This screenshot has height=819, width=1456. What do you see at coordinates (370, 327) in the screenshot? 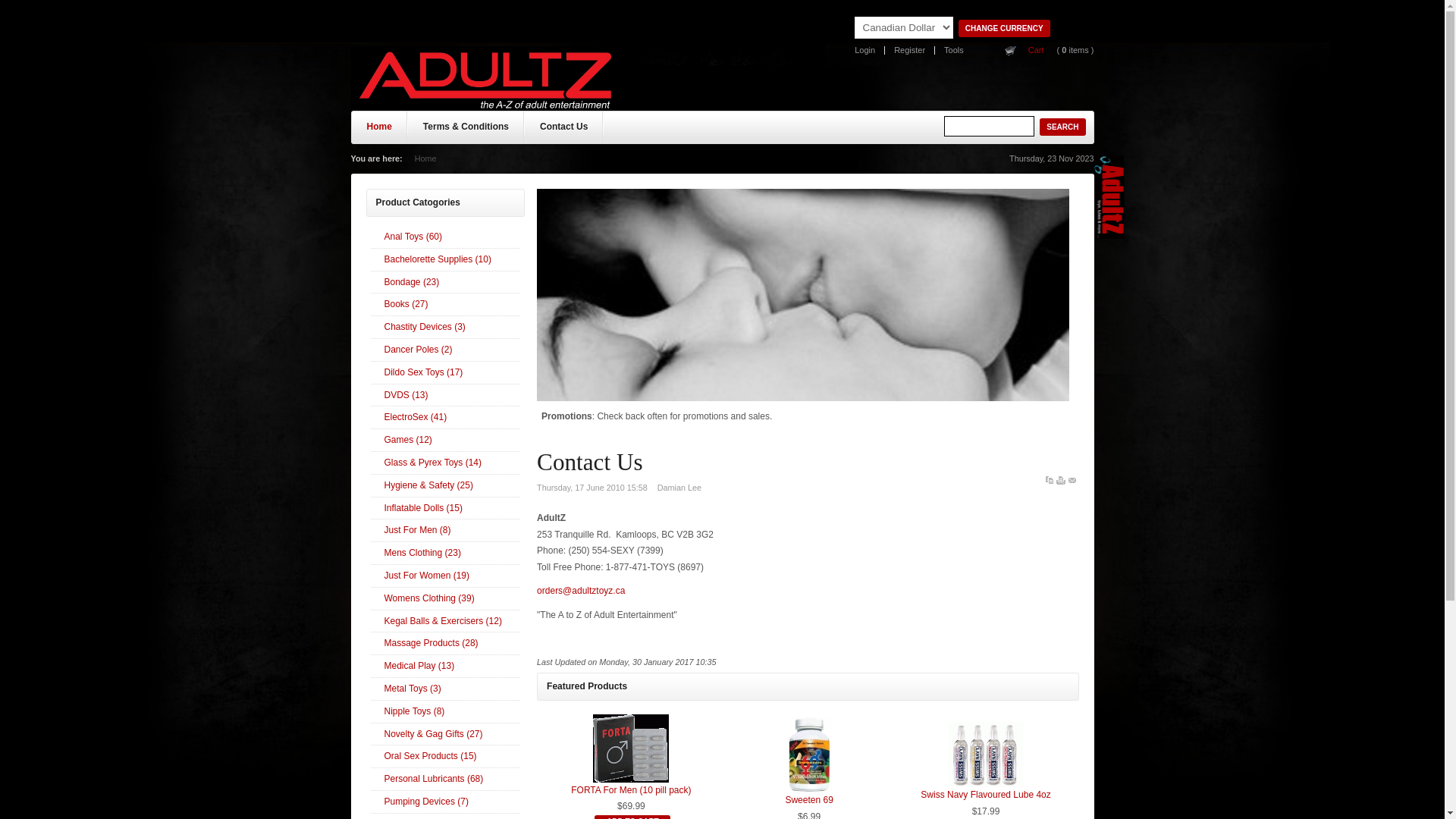
I see `'Chastity Devices (3)'` at bounding box center [370, 327].